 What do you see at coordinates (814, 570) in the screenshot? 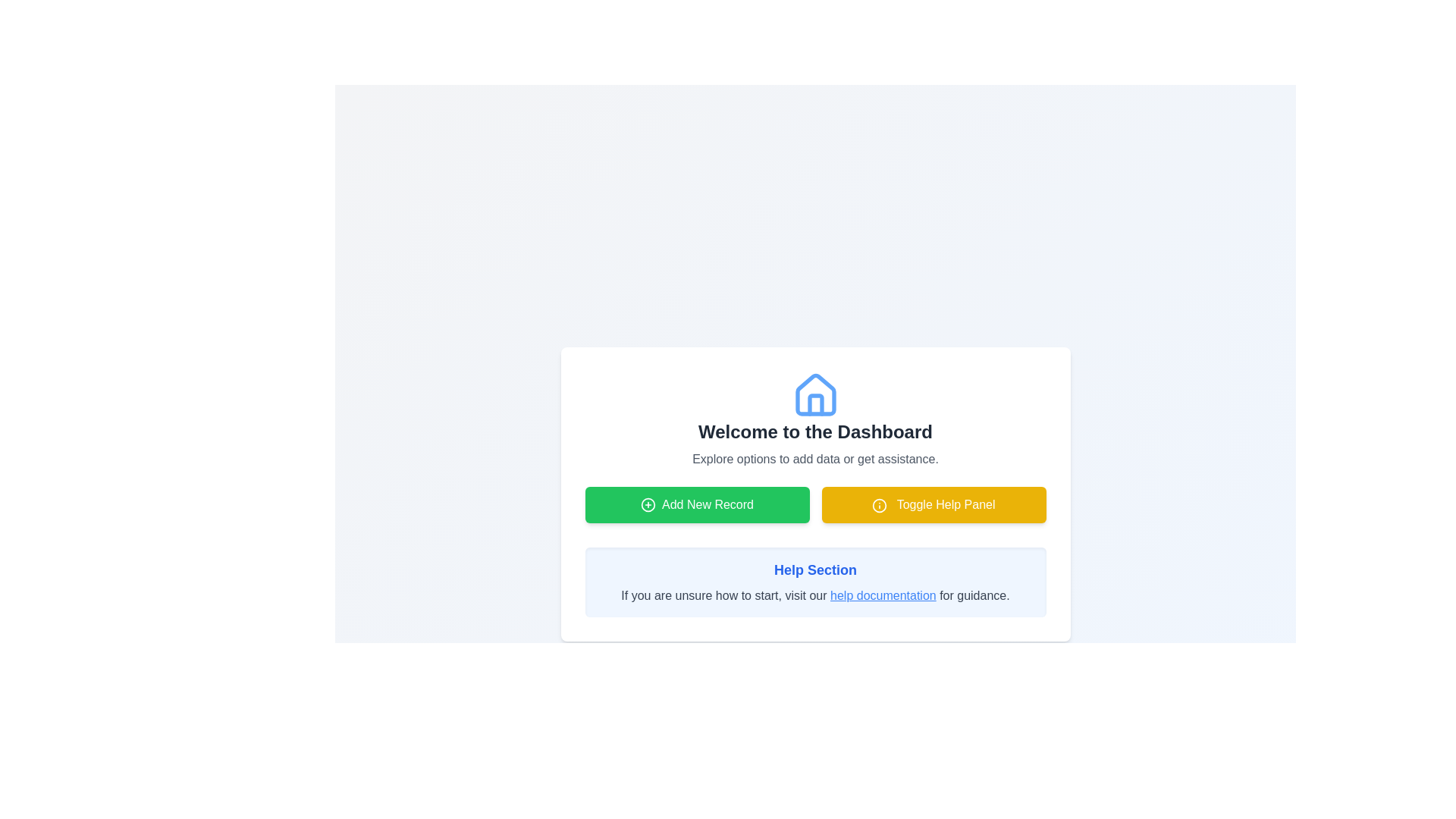
I see `text content of the bold blue 'Help Section' label located centrally within a light blue box at the bottom of the content area` at bounding box center [814, 570].